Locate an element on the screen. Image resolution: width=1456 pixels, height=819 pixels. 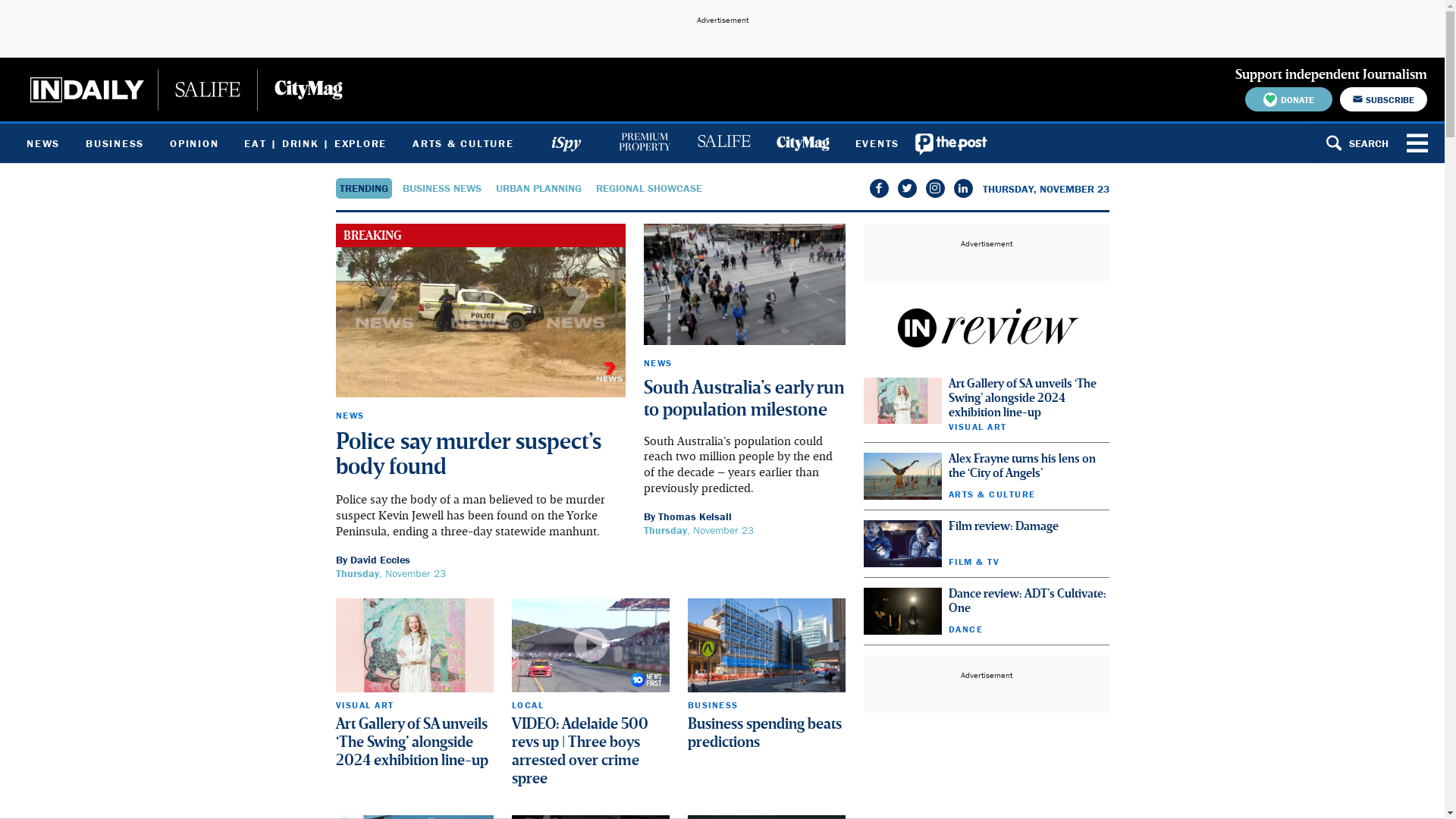
'URBAN PLANNING' is located at coordinates (538, 187).